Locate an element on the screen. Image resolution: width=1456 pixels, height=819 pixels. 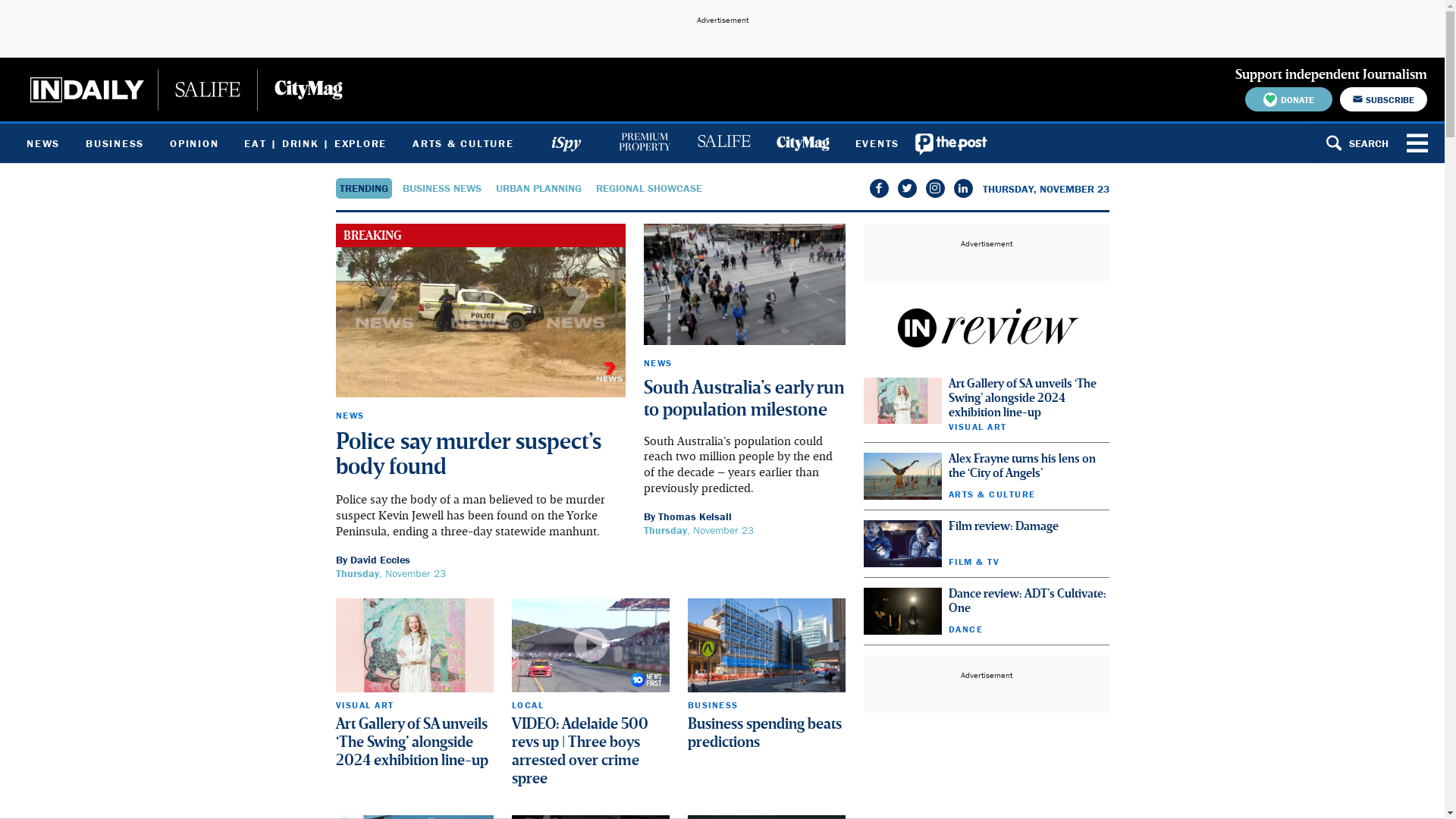
'URBAN PLANNING' is located at coordinates (538, 187).